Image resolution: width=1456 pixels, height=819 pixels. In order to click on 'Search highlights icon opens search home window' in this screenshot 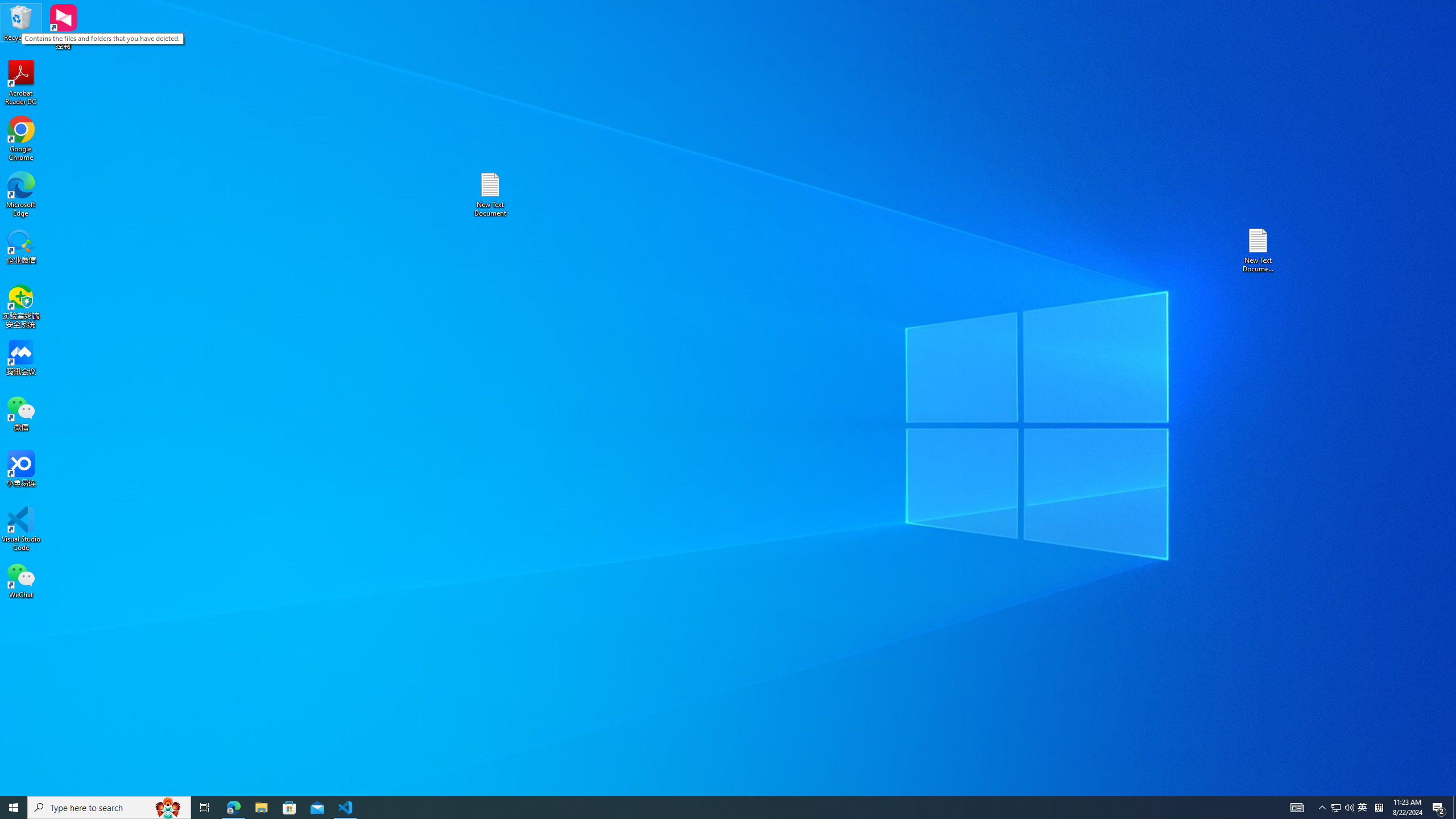, I will do `click(167, 806)`.